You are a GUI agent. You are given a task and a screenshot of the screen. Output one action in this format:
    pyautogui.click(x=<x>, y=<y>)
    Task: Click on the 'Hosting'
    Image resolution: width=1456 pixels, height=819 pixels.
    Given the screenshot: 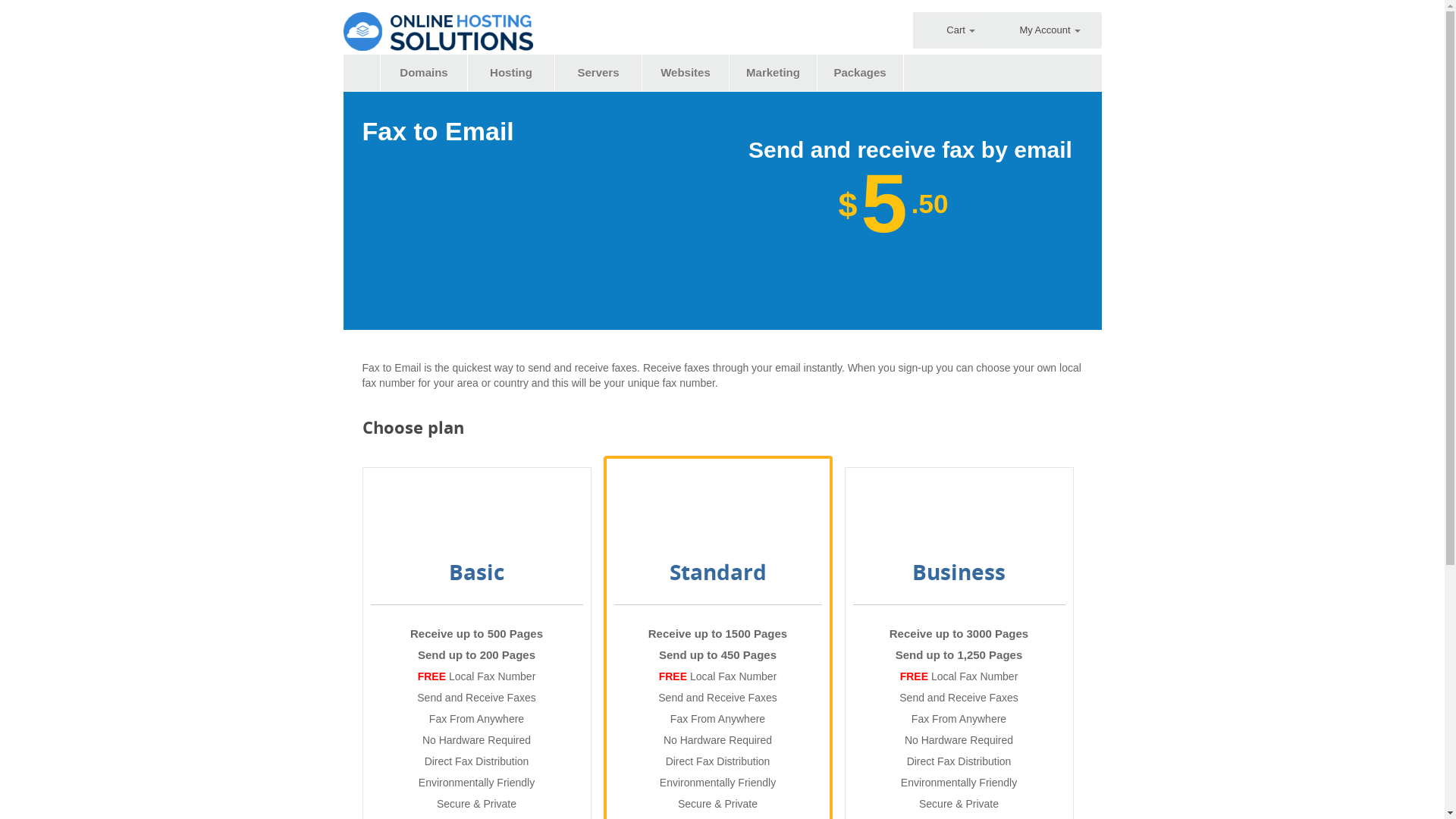 What is the action you would take?
    pyautogui.click(x=512, y=73)
    